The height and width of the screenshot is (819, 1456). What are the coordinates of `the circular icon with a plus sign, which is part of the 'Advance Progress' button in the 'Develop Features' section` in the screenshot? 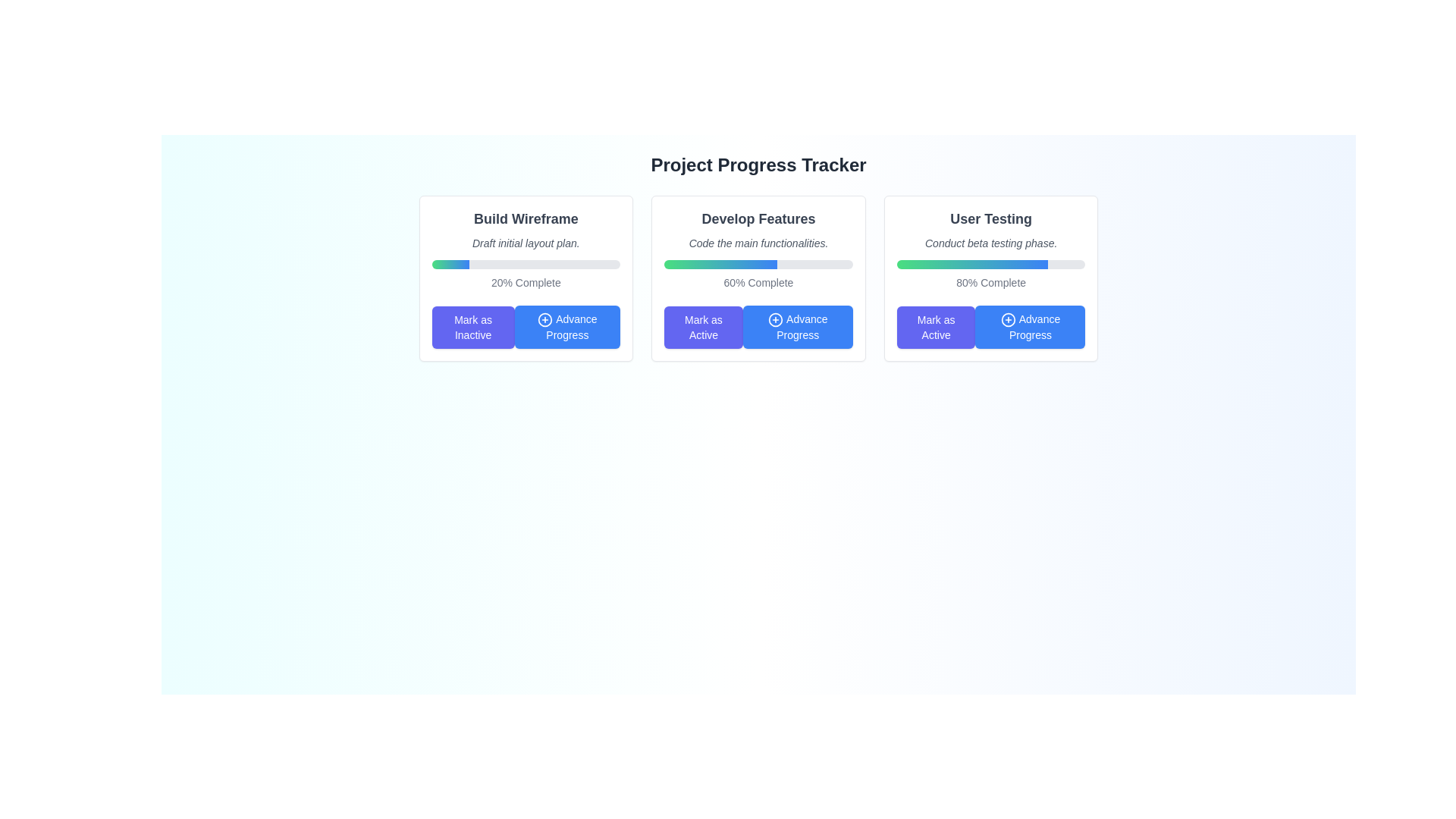 It's located at (775, 319).